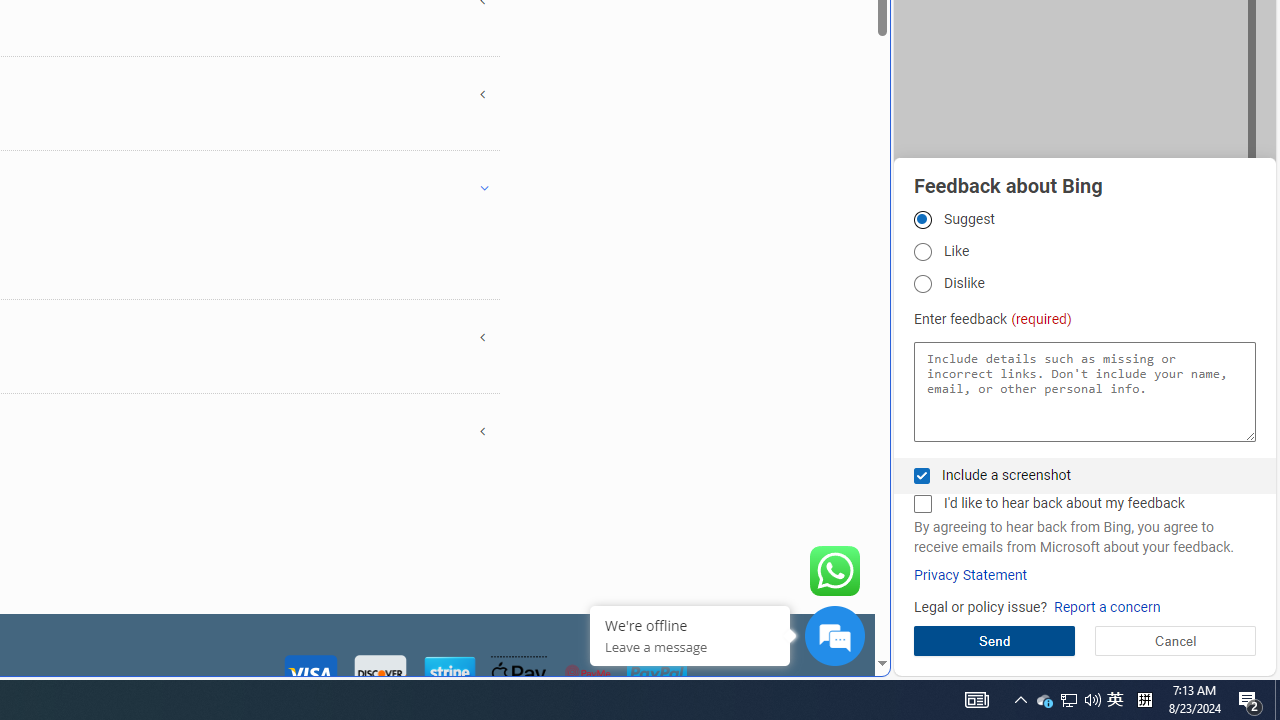 Image resolution: width=1280 pixels, height=720 pixels. What do you see at coordinates (1175, 640) in the screenshot?
I see `'Cancel'` at bounding box center [1175, 640].